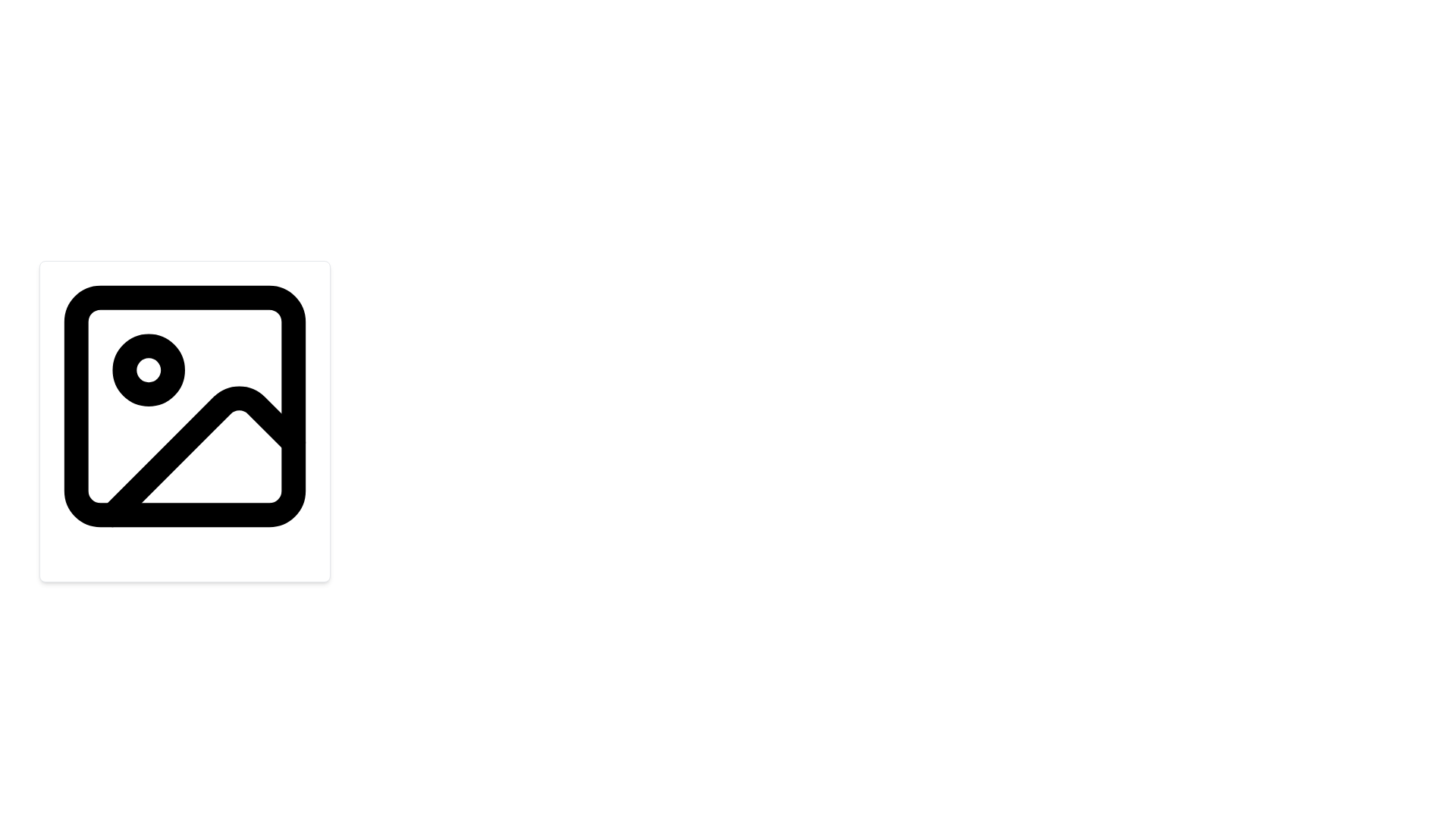 Image resolution: width=1456 pixels, height=819 pixels. I want to click on the small circular SVG graphic element with a black outline and white fill located near the top-left corner of the SVG illustration, so click(149, 370).